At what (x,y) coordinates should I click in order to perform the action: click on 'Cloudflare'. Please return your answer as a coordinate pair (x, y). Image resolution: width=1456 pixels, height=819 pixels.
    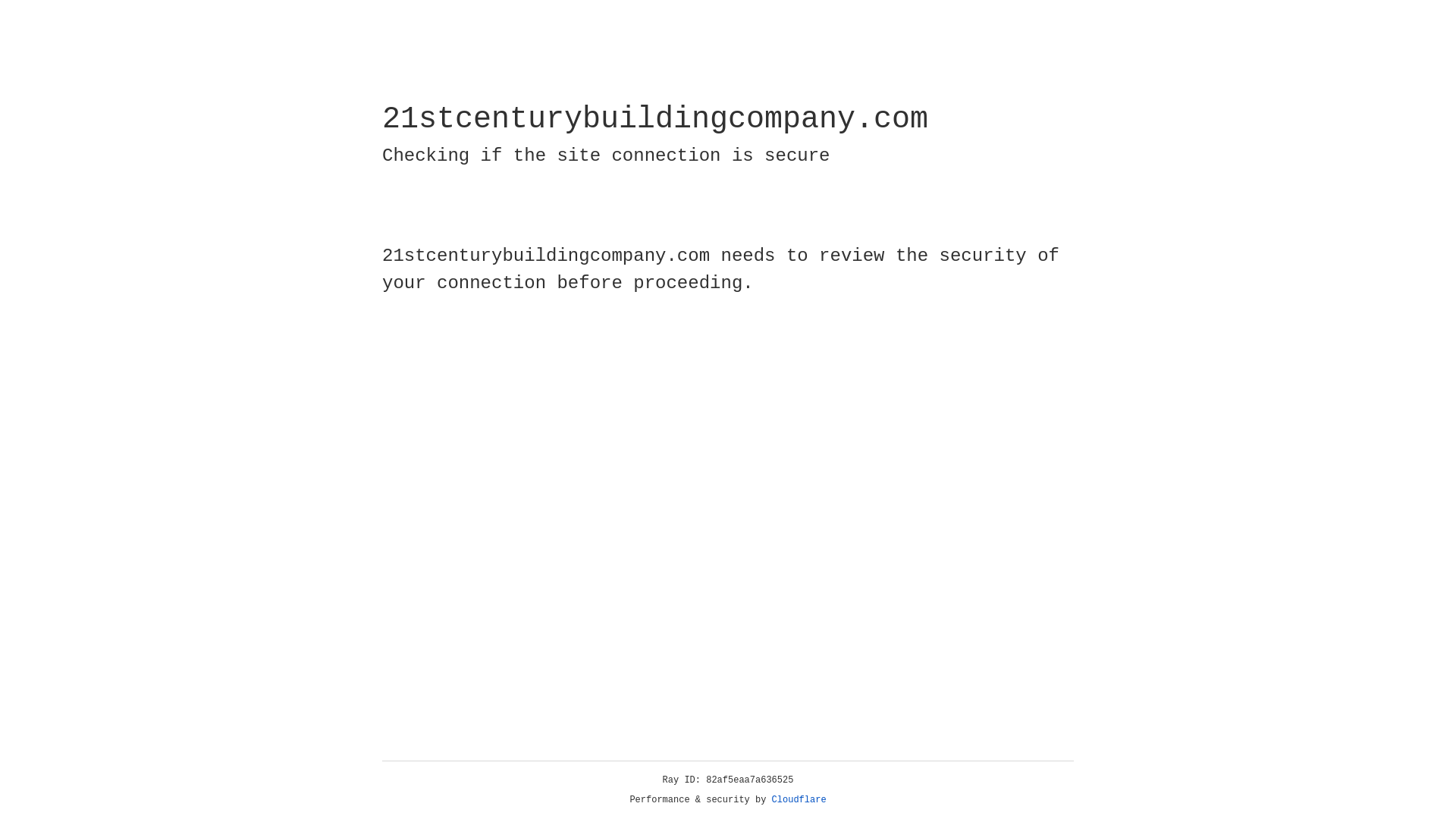
    Looking at the image, I should click on (799, 799).